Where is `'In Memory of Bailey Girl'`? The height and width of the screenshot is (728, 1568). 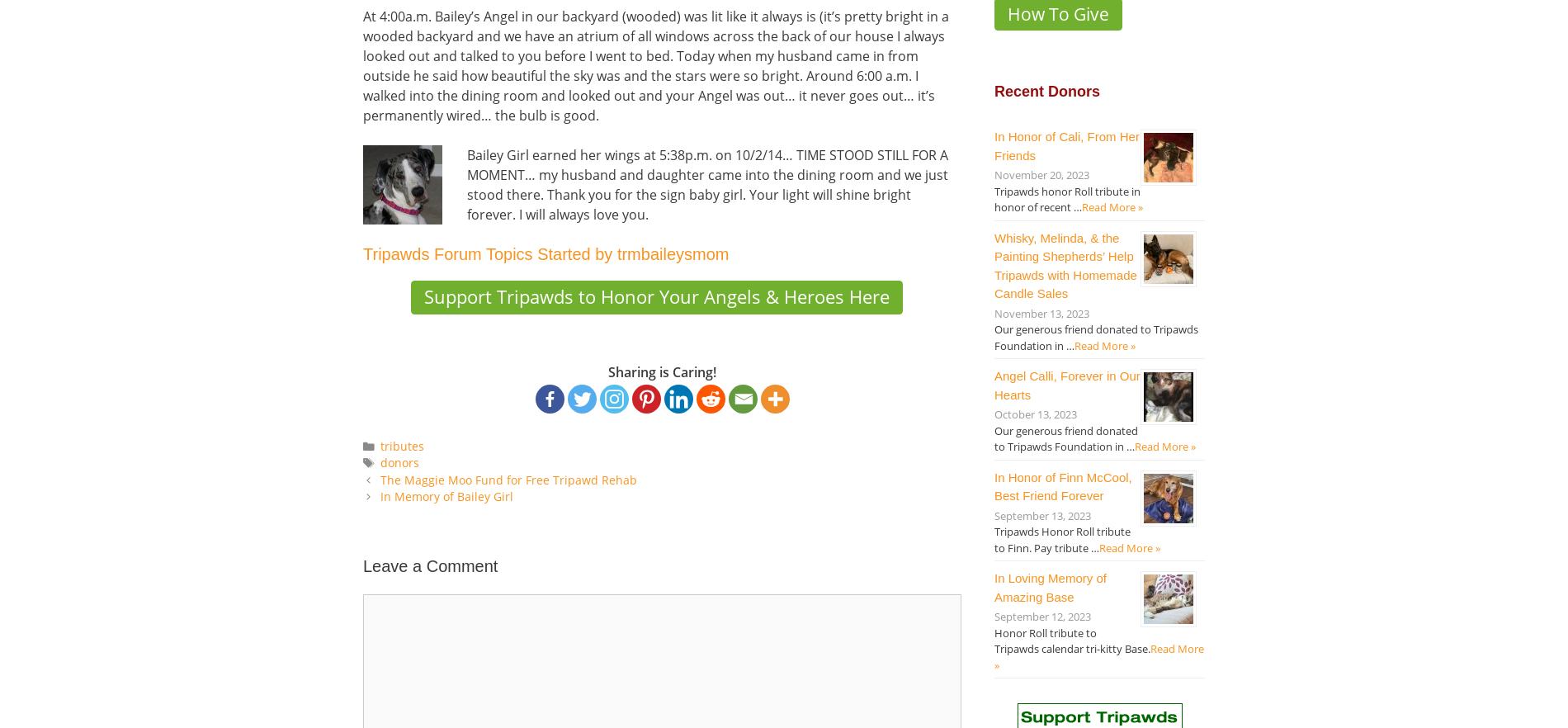
'In Memory of Bailey Girl' is located at coordinates (379, 495).